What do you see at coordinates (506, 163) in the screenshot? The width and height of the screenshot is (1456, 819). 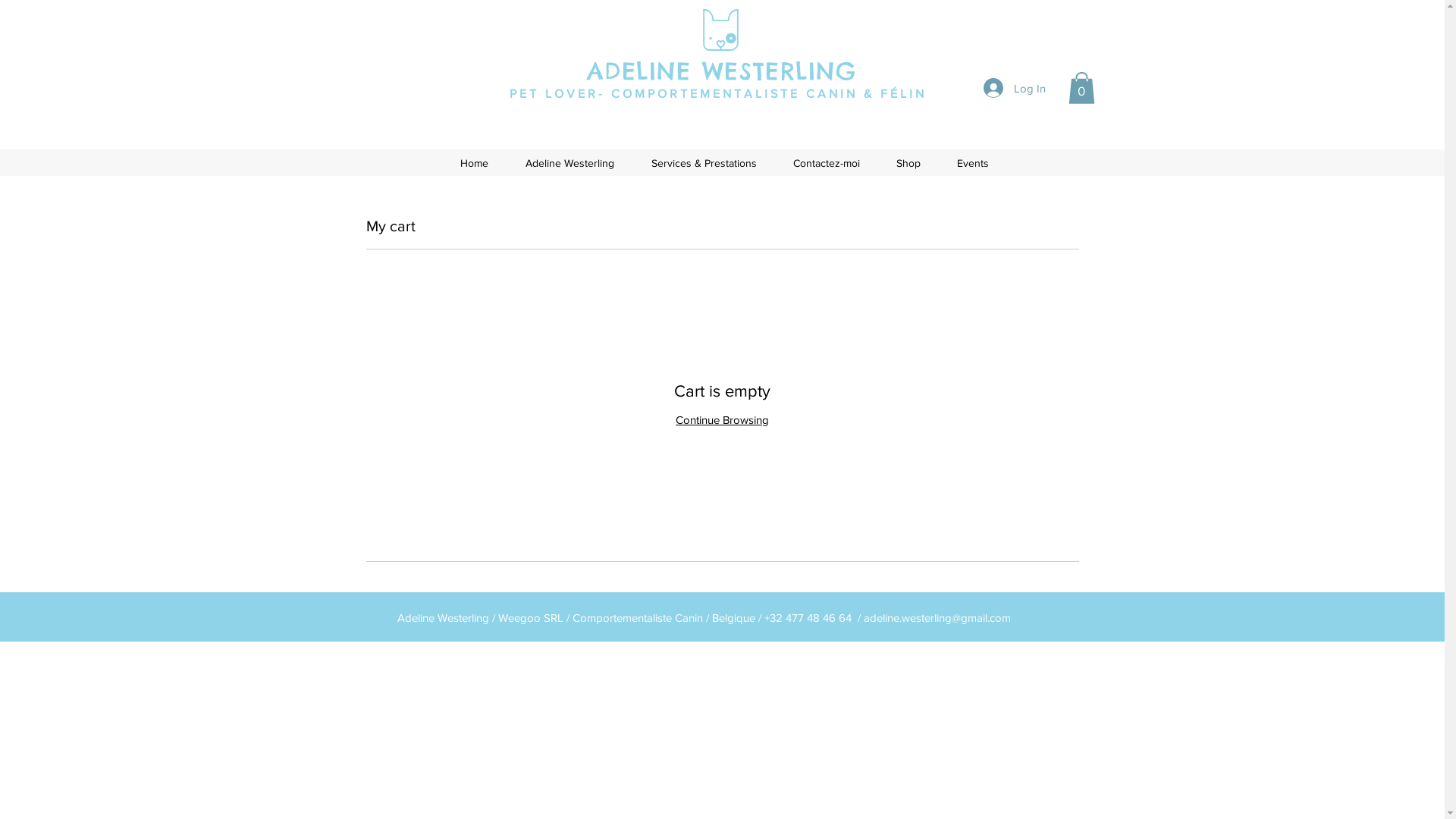 I see `'Adeline Westerling'` at bounding box center [506, 163].